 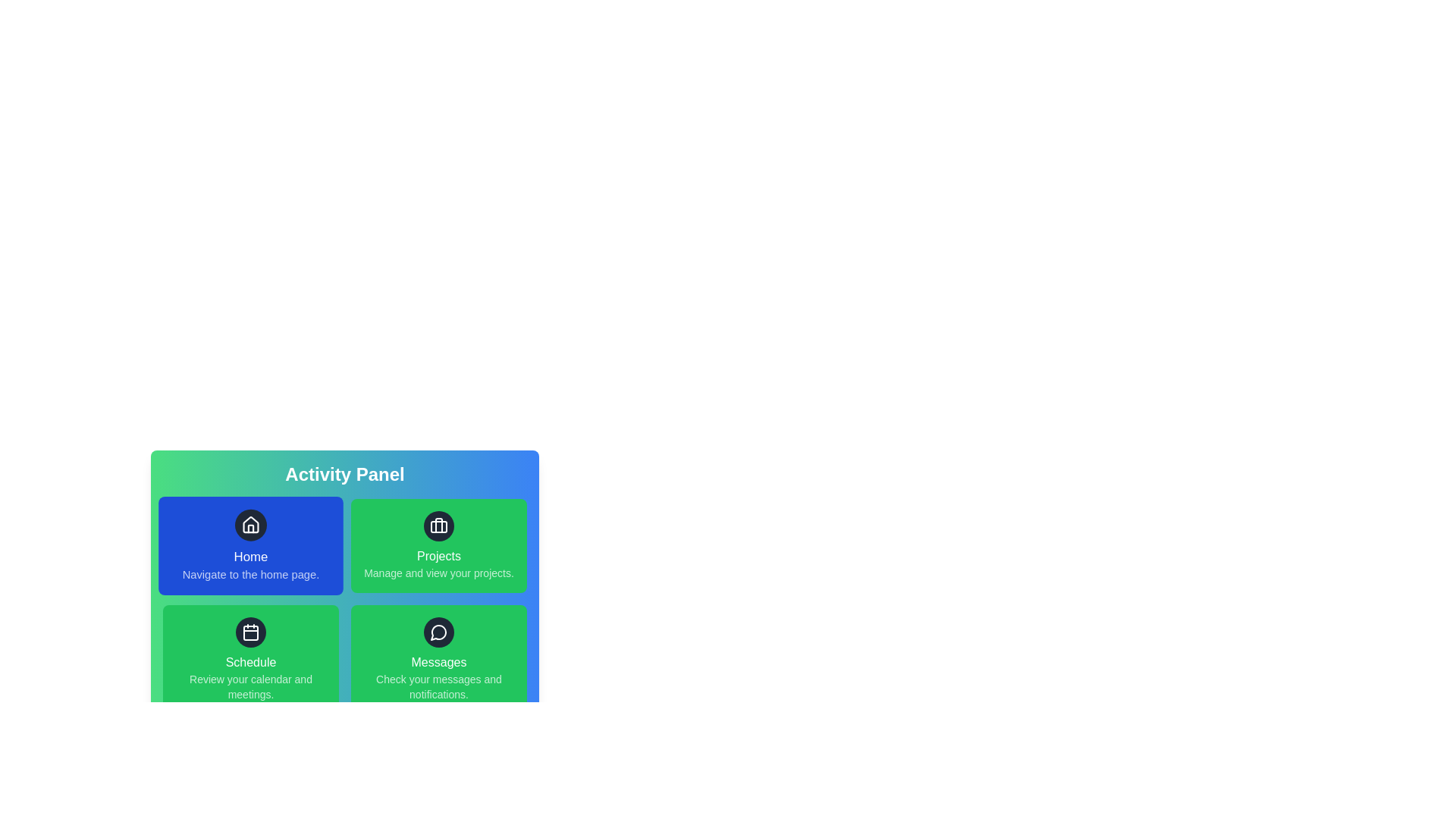 What do you see at coordinates (438, 659) in the screenshot?
I see `the Messages item in the Activity Panel` at bounding box center [438, 659].